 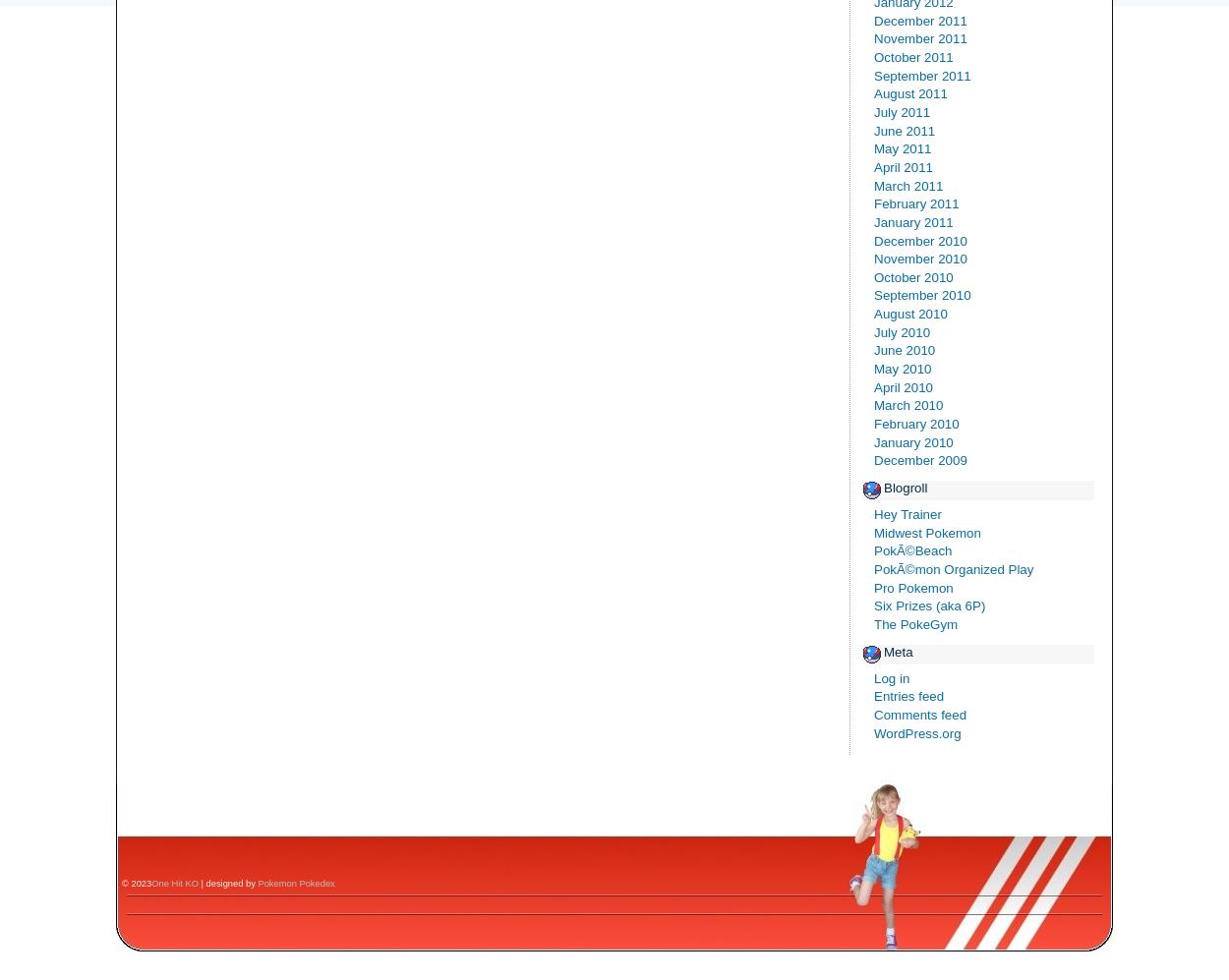 I want to click on 'January 2010', so click(x=913, y=440).